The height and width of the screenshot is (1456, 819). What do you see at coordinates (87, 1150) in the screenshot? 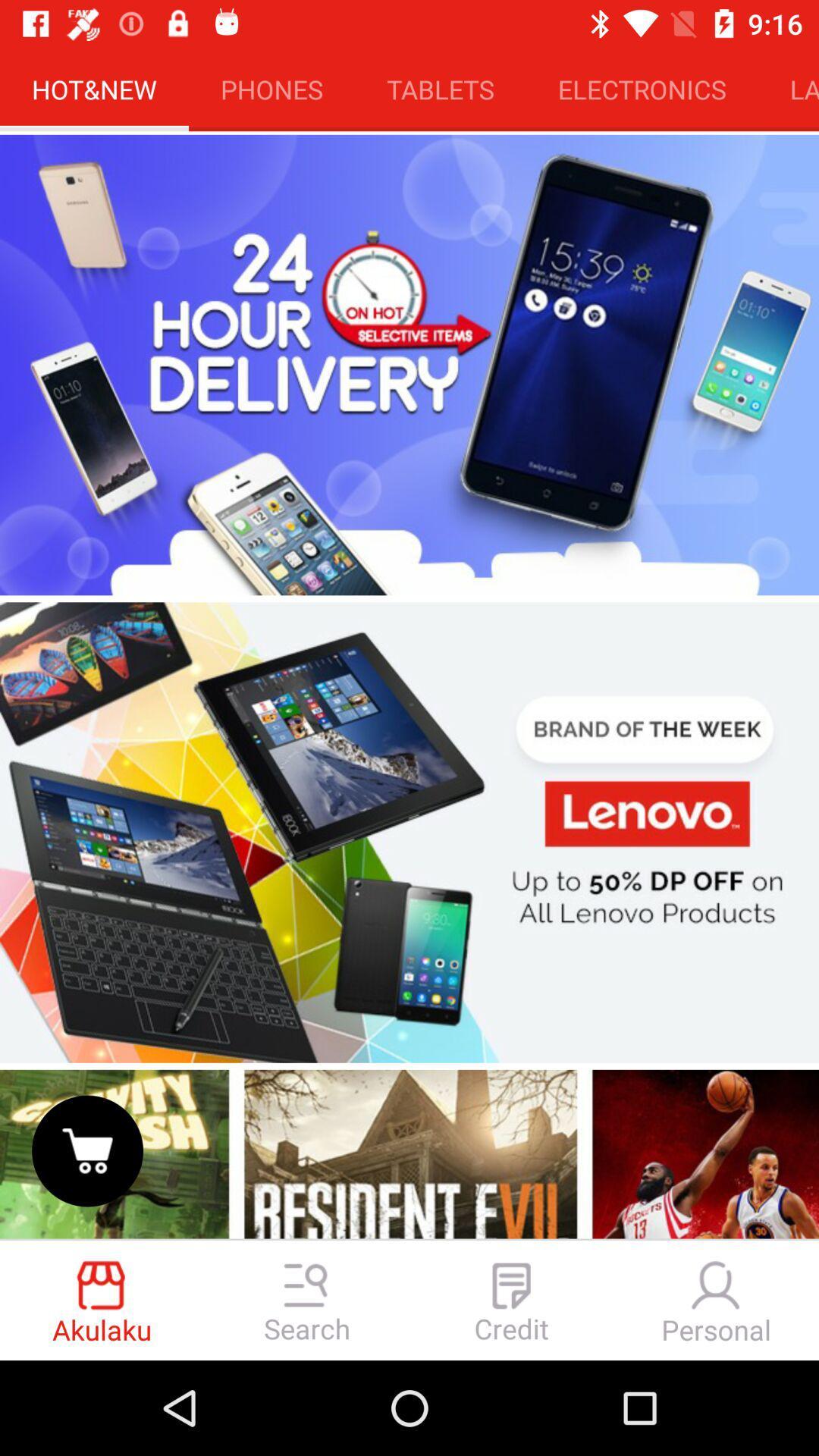
I see `item above the akulaku` at bounding box center [87, 1150].